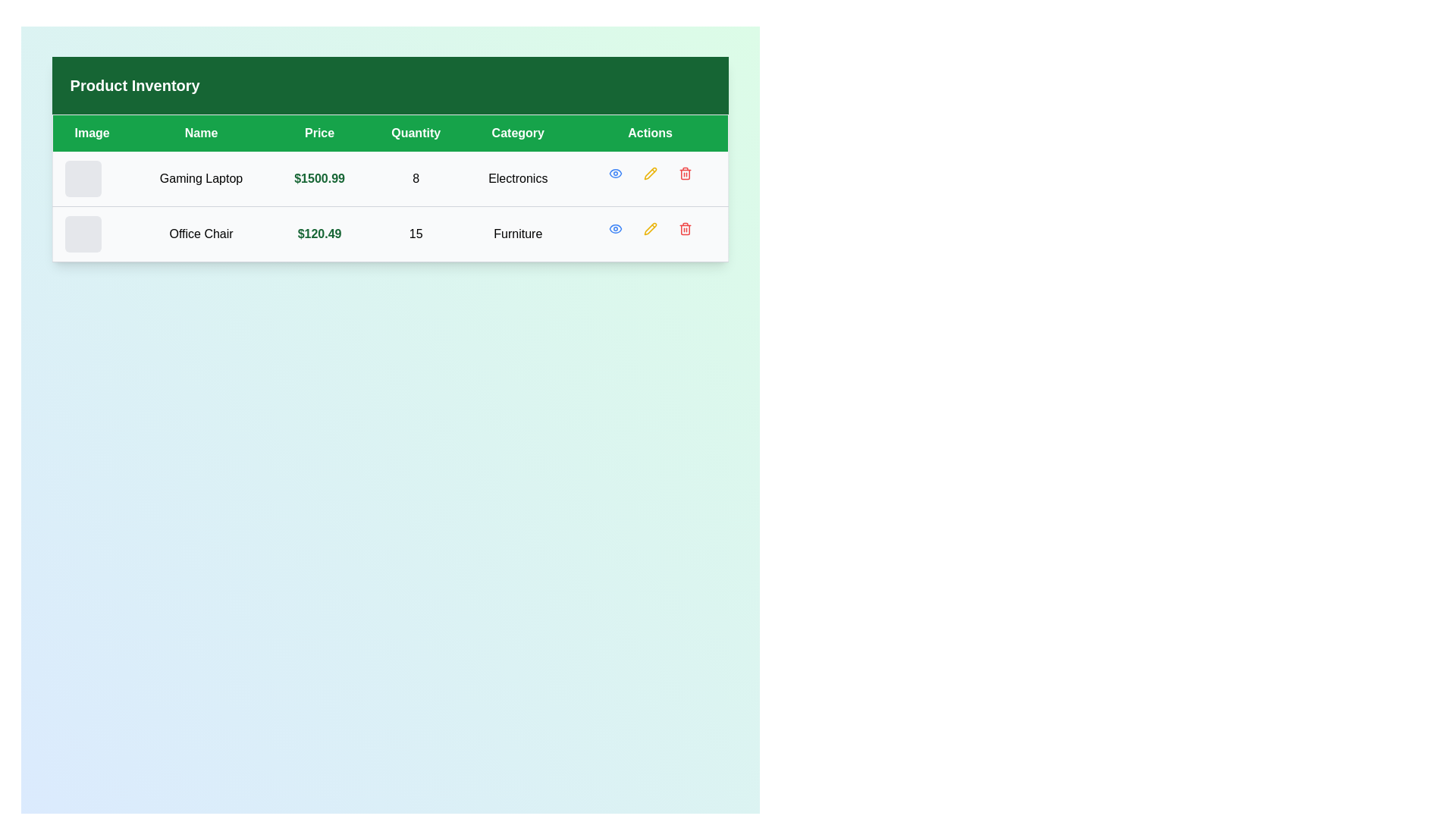 The width and height of the screenshot is (1456, 819). Describe the element at coordinates (416, 234) in the screenshot. I see `the text label displaying the quantity of 'Office Chair' in the 'Product Inventory' table, located in the 'Quantity' column of the second row` at that location.